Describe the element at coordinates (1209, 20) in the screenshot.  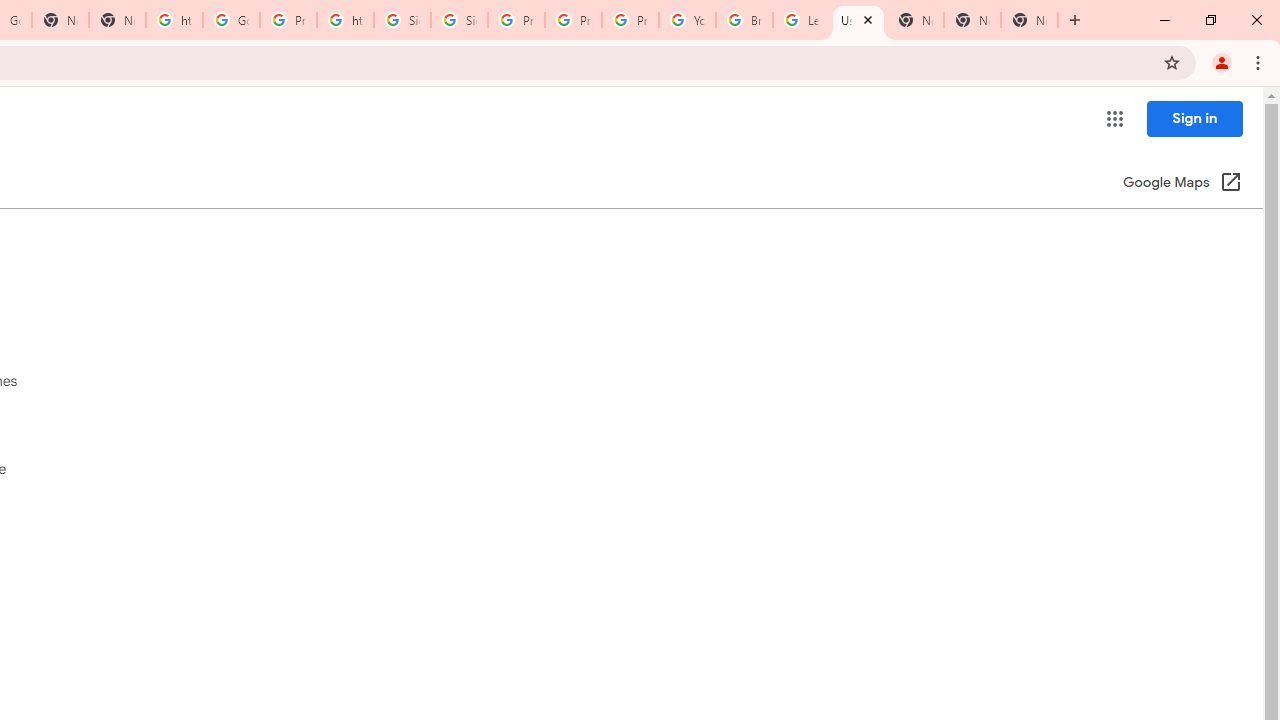
I see `'Restore'` at that location.